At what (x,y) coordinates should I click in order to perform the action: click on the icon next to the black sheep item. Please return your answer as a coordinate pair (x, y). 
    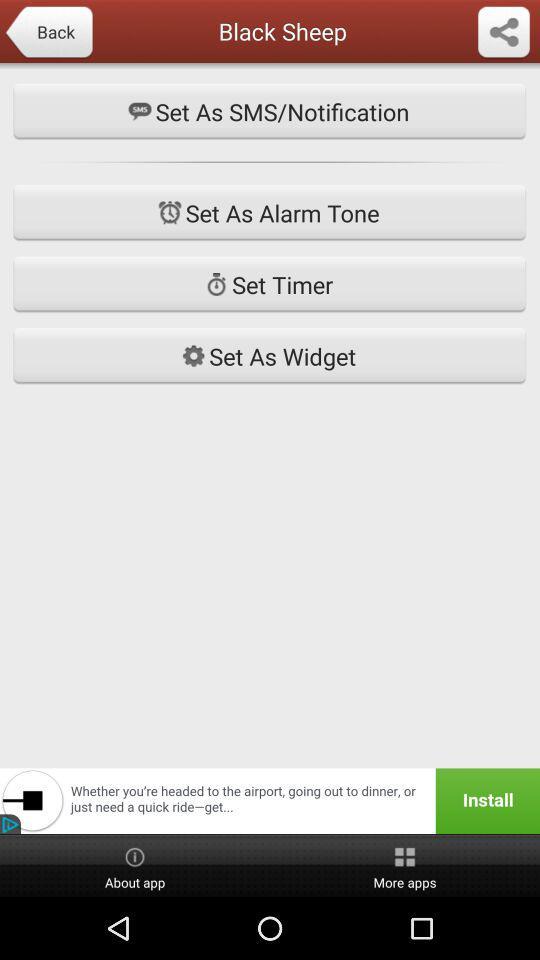
    Looking at the image, I should click on (48, 32).